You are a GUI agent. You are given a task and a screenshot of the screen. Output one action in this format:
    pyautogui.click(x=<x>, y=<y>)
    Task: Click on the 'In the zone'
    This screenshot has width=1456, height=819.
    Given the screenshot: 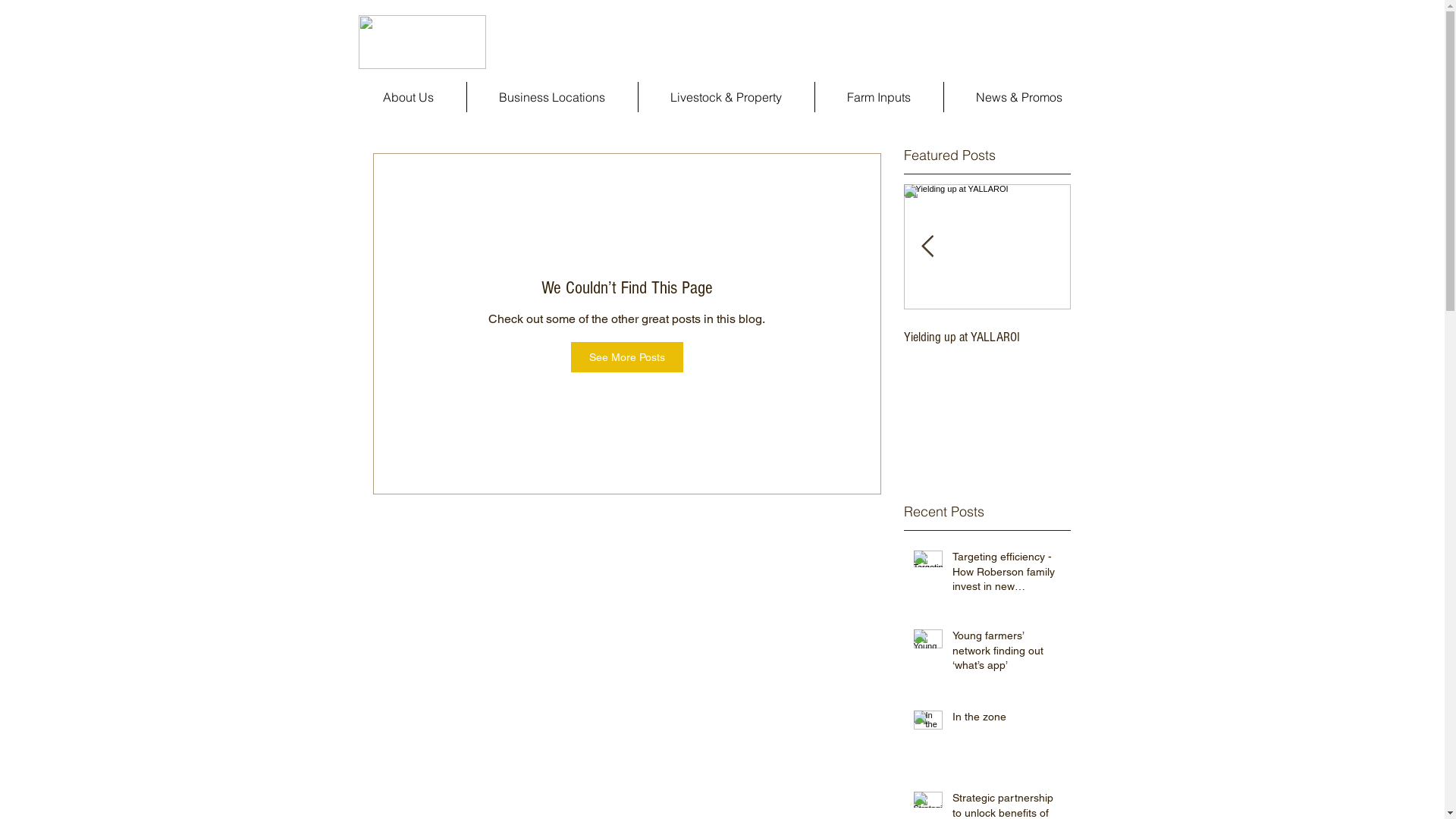 What is the action you would take?
    pyautogui.click(x=1007, y=719)
    